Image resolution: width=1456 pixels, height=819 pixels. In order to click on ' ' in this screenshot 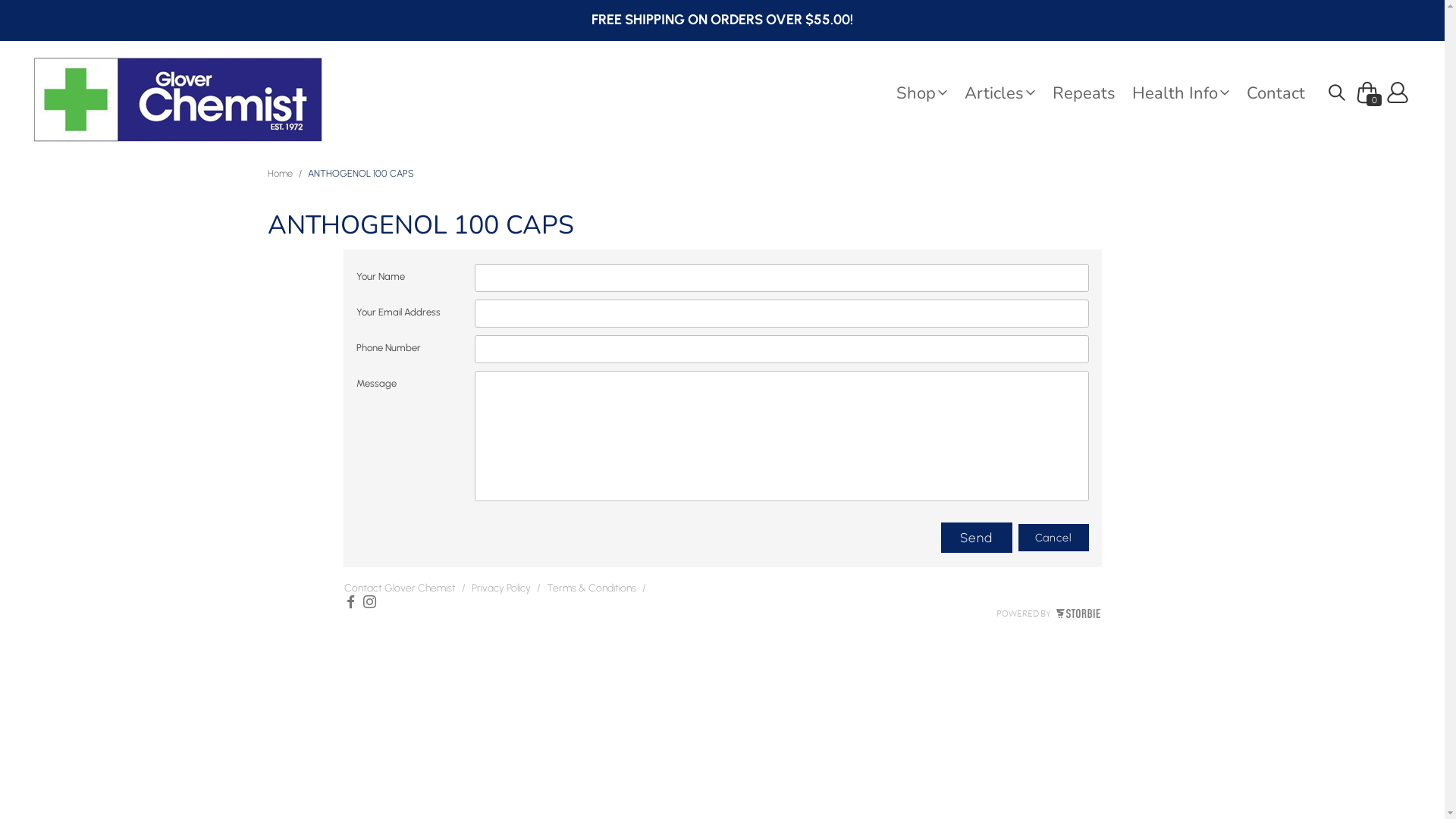, I will do `click(1320, 93)`.